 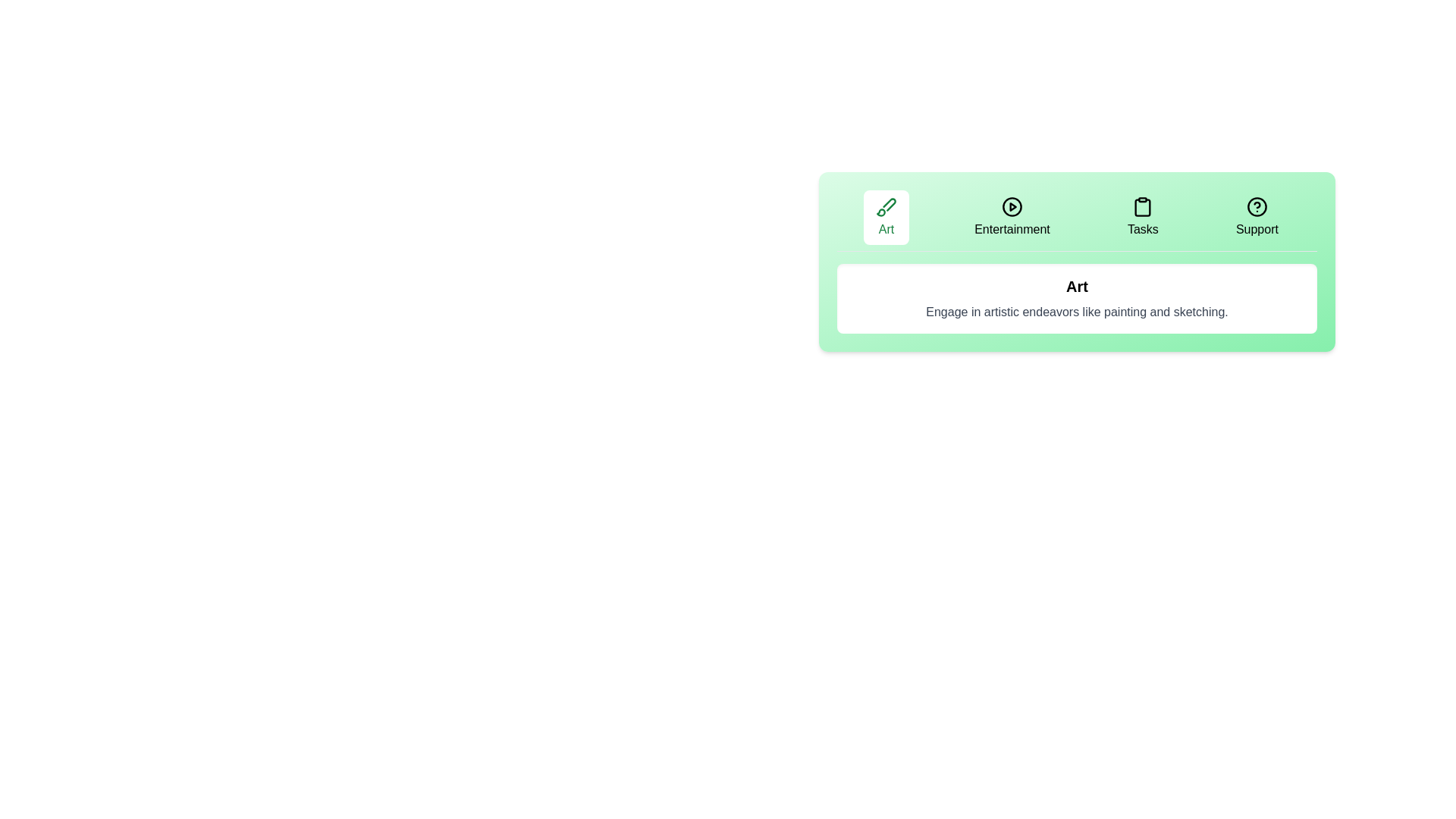 What do you see at coordinates (1012, 217) in the screenshot?
I see `the button labeled 'Entertainment' with a circular play symbol above it in the navigation bar` at bounding box center [1012, 217].